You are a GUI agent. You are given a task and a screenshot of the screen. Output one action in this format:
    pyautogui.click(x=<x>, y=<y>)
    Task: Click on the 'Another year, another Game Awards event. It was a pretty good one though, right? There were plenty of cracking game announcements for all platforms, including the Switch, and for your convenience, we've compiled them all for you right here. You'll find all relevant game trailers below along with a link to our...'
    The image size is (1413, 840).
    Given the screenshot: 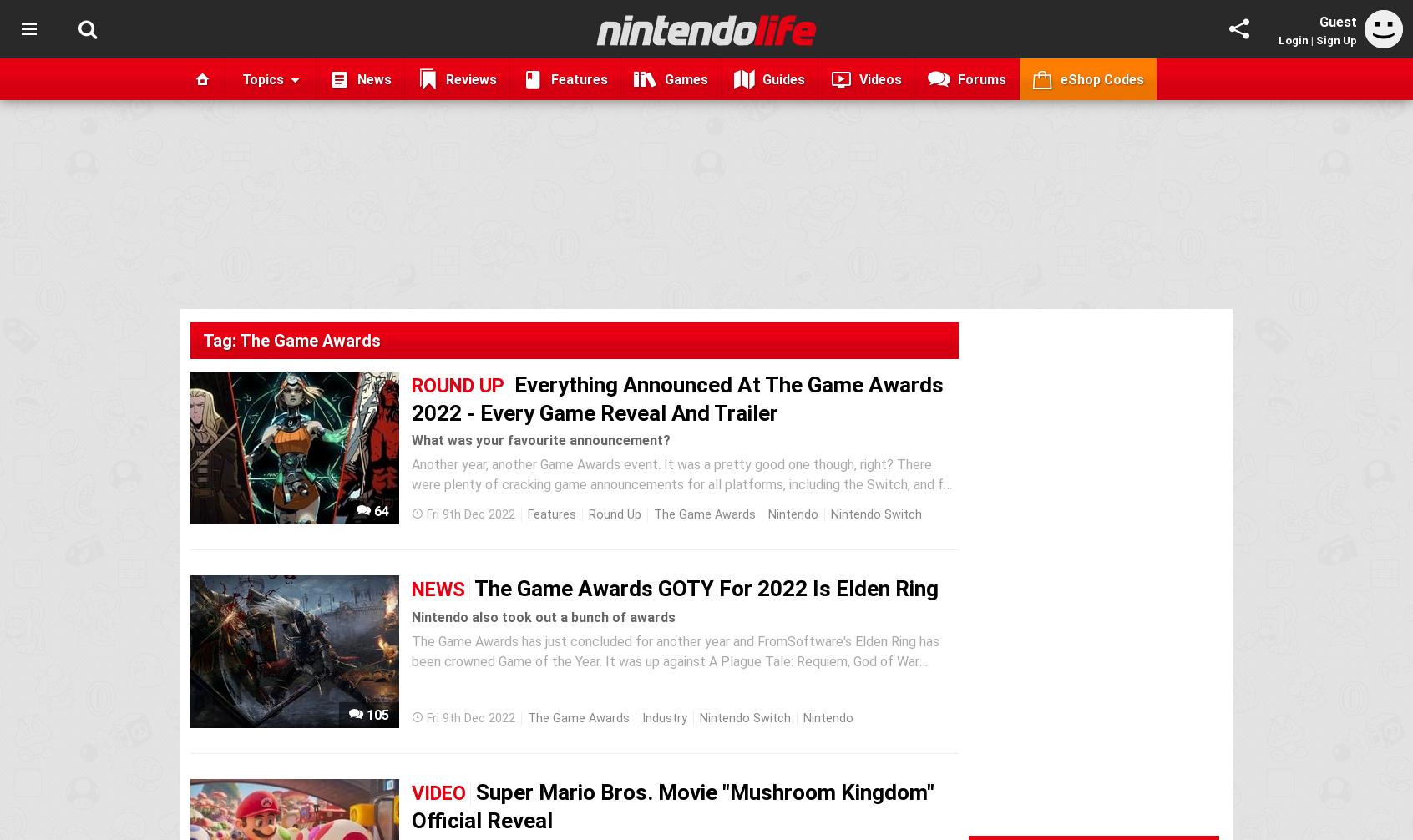 What is the action you would take?
    pyautogui.click(x=683, y=494)
    